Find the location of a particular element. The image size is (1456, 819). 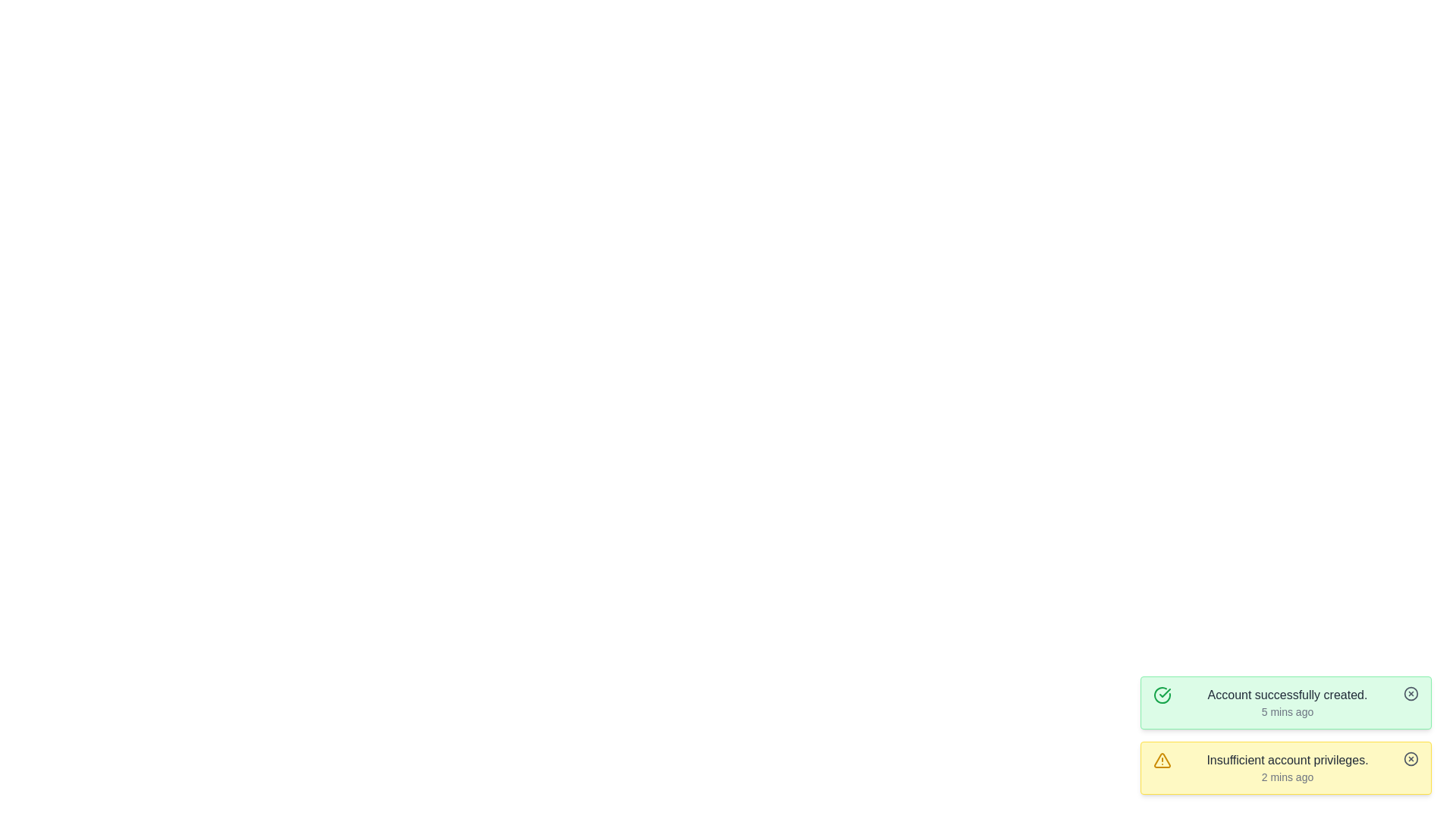

the warning icon located at the leftmost side of the yellow notification bar that conveys the message 'Insufficient account privileges. 2 mins ago' is located at coordinates (1161, 760).